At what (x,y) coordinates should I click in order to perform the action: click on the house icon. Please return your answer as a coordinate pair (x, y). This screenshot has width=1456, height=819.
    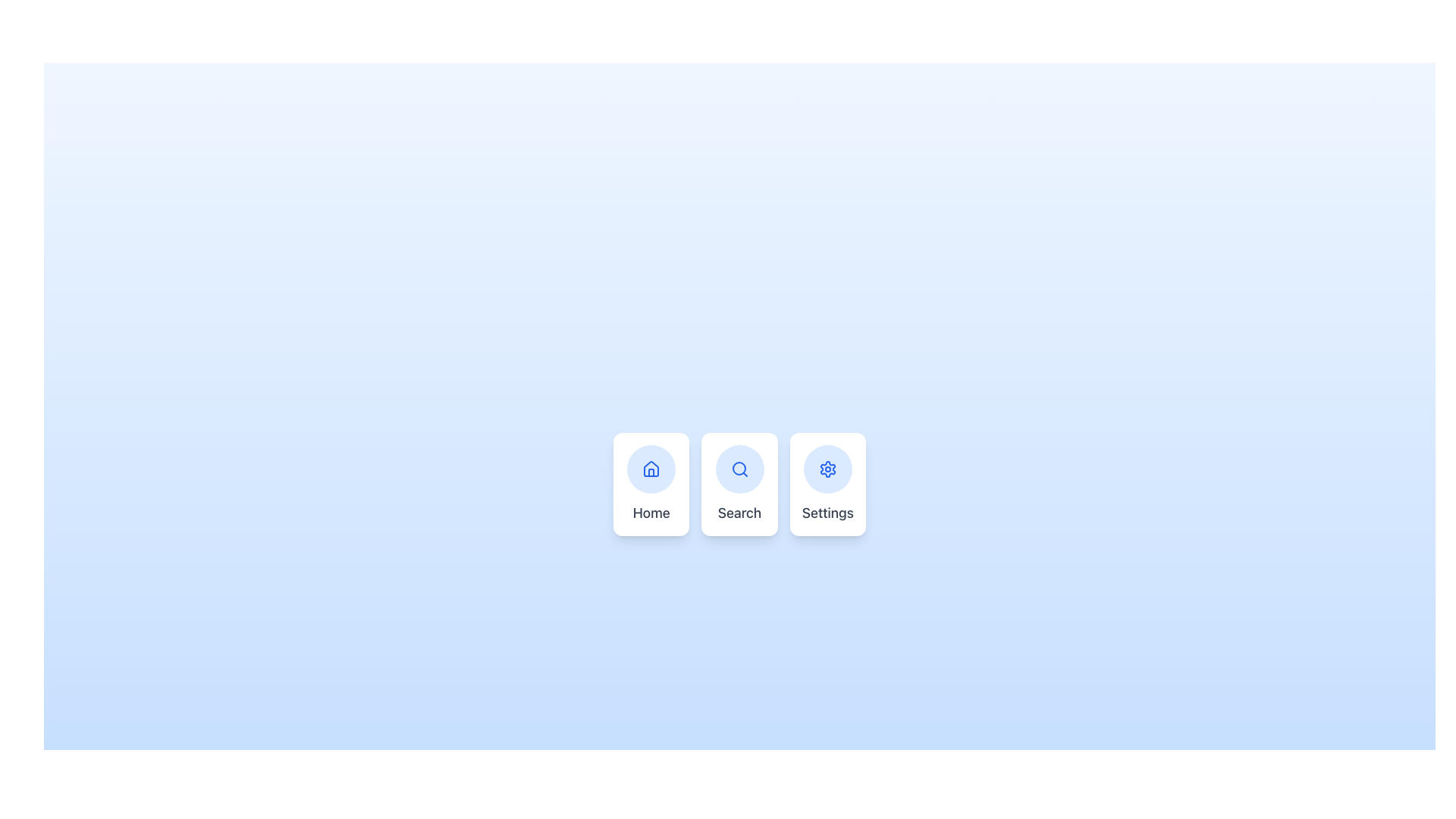
    Looking at the image, I should click on (651, 468).